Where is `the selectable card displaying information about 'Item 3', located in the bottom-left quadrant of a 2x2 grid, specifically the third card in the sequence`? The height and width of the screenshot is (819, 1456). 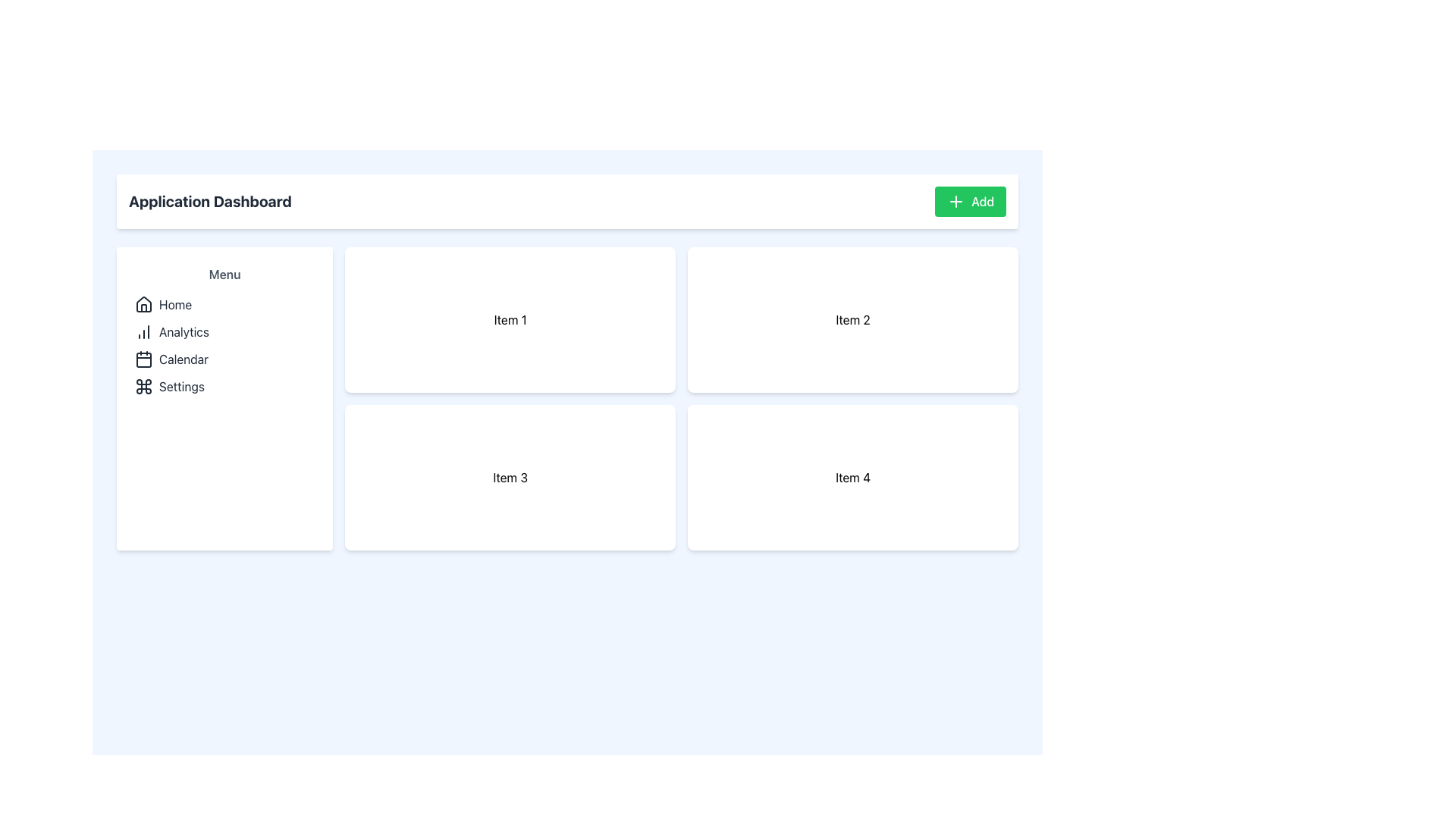 the selectable card displaying information about 'Item 3', located in the bottom-left quadrant of a 2x2 grid, specifically the third card in the sequence is located at coordinates (510, 476).